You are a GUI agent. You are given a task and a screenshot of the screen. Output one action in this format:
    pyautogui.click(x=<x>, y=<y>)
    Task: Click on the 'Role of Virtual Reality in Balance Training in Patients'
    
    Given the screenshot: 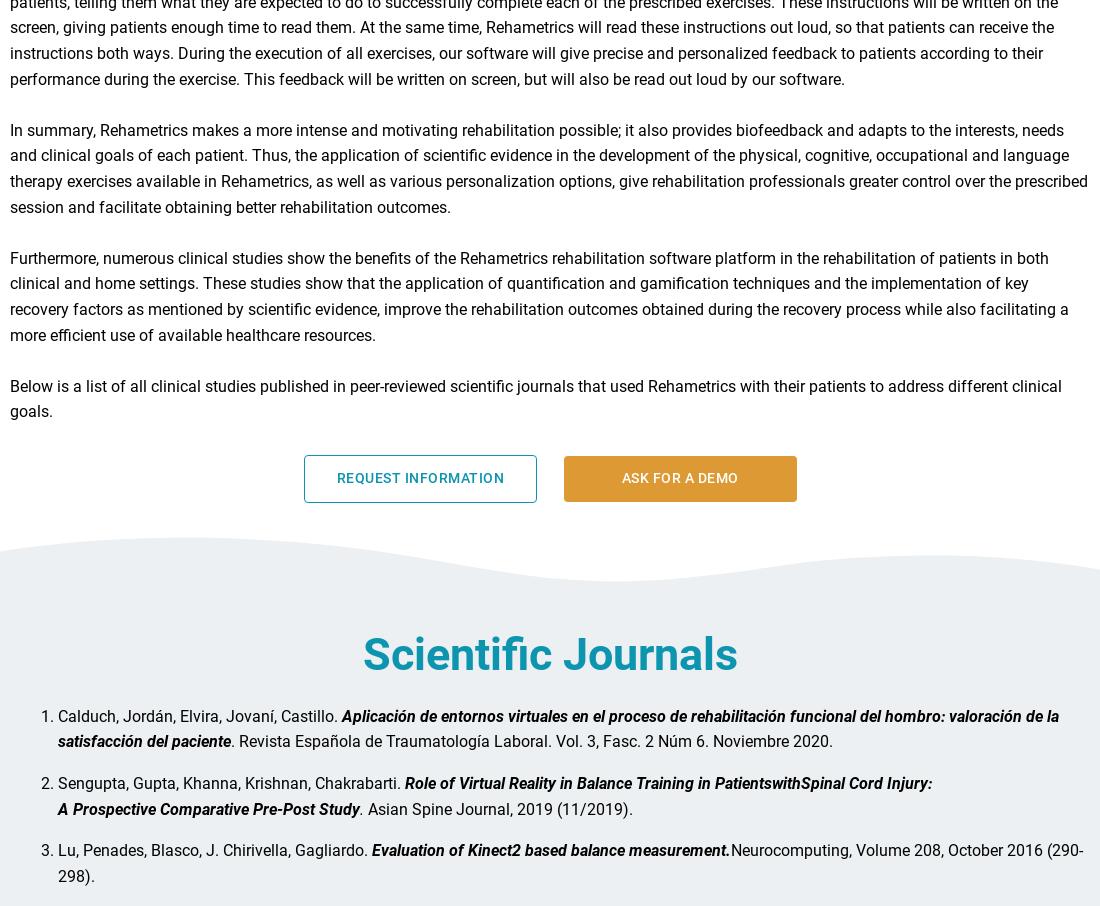 What is the action you would take?
    pyautogui.click(x=587, y=791)
    